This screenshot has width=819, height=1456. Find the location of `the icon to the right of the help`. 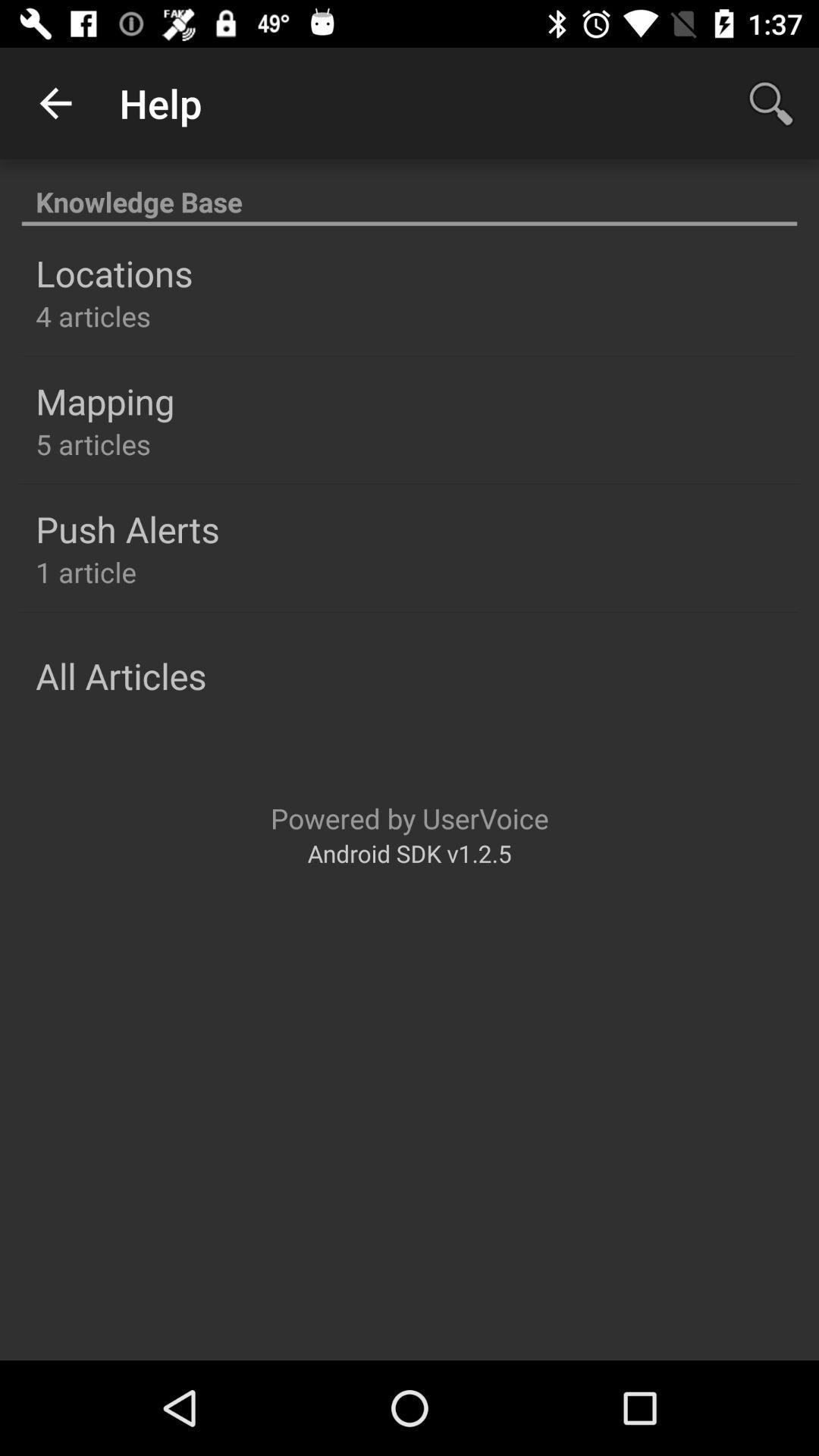

the icon to the right of the help is located at coordinates (771, 102).